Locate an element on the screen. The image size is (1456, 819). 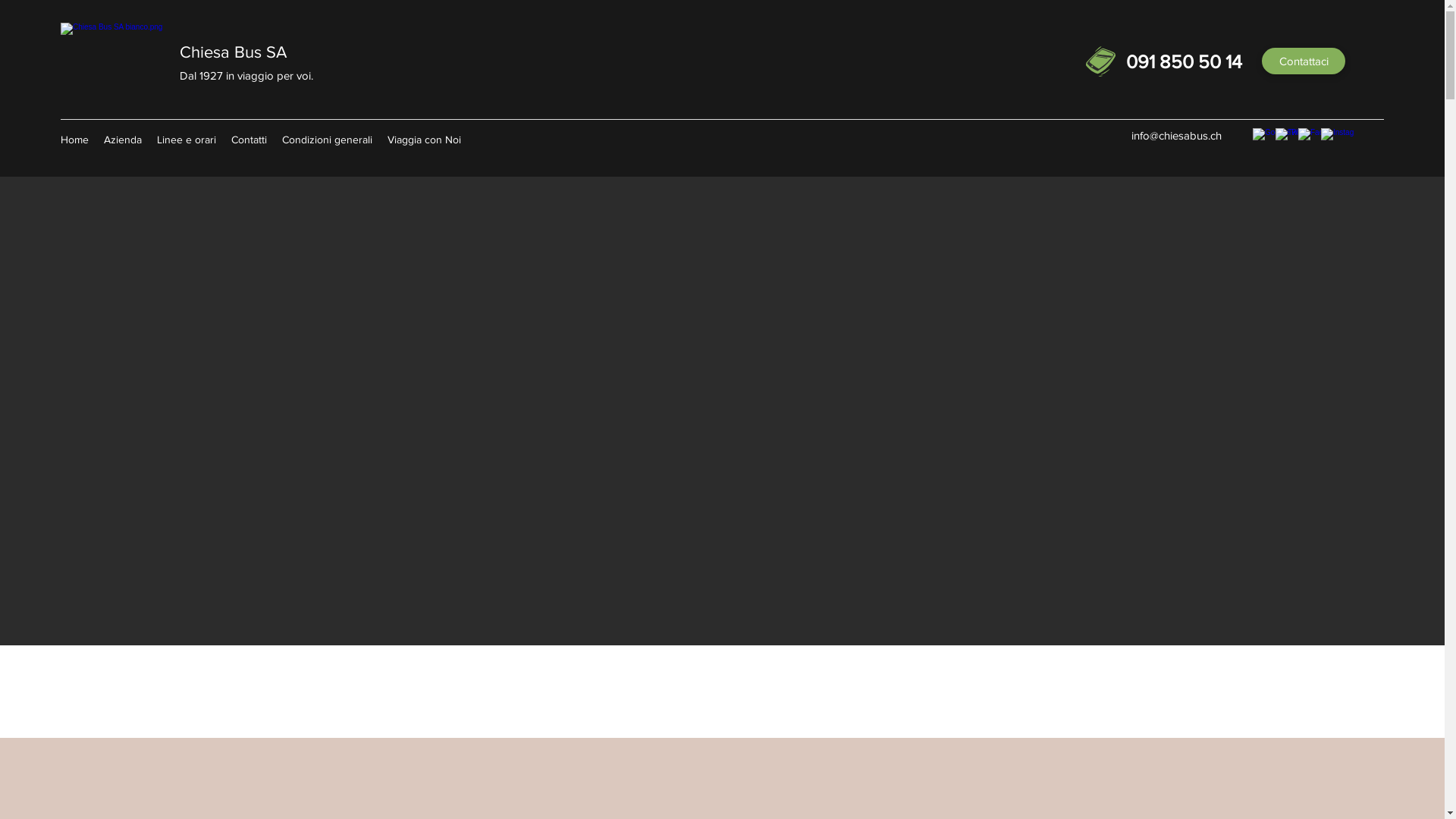
'info@chiesabus.ch' is located at coordinates (1131, 134).